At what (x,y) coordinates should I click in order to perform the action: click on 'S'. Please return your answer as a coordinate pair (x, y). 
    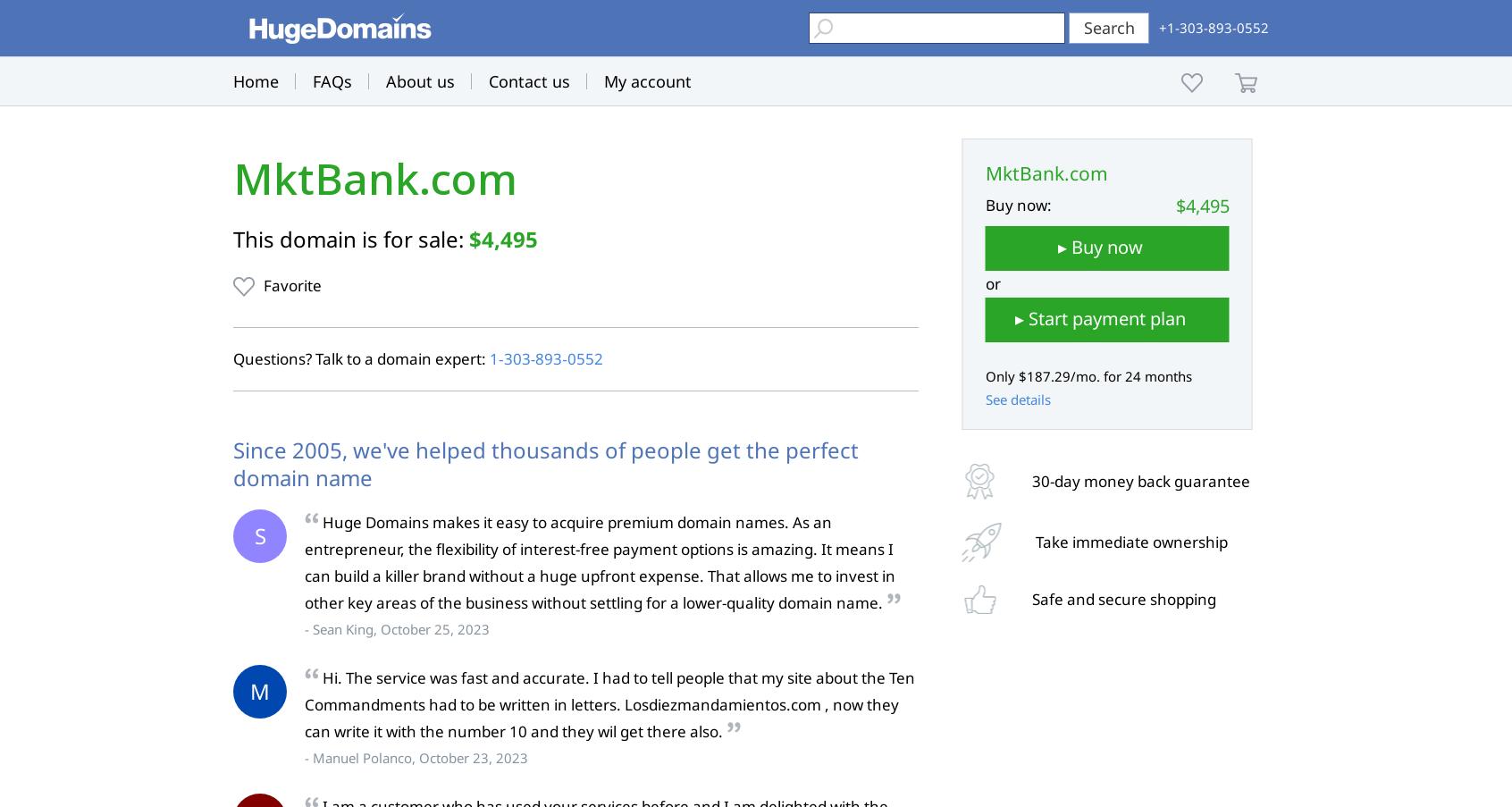
    Looking at the image, I should click on (258, 535).